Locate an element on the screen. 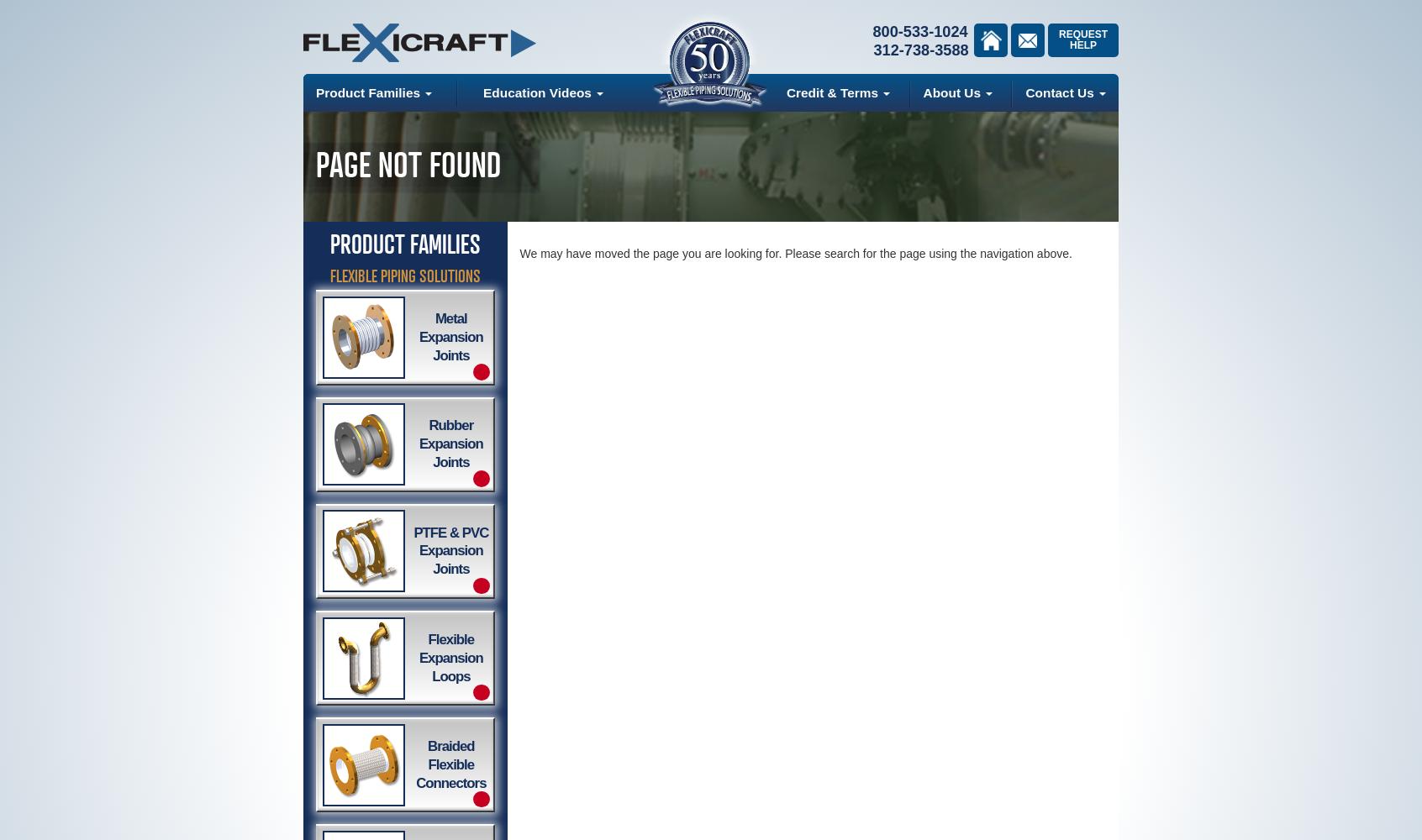 This screenshot has width=1422, height=840. '312-738-3588' is located at coordinates (920, 50).